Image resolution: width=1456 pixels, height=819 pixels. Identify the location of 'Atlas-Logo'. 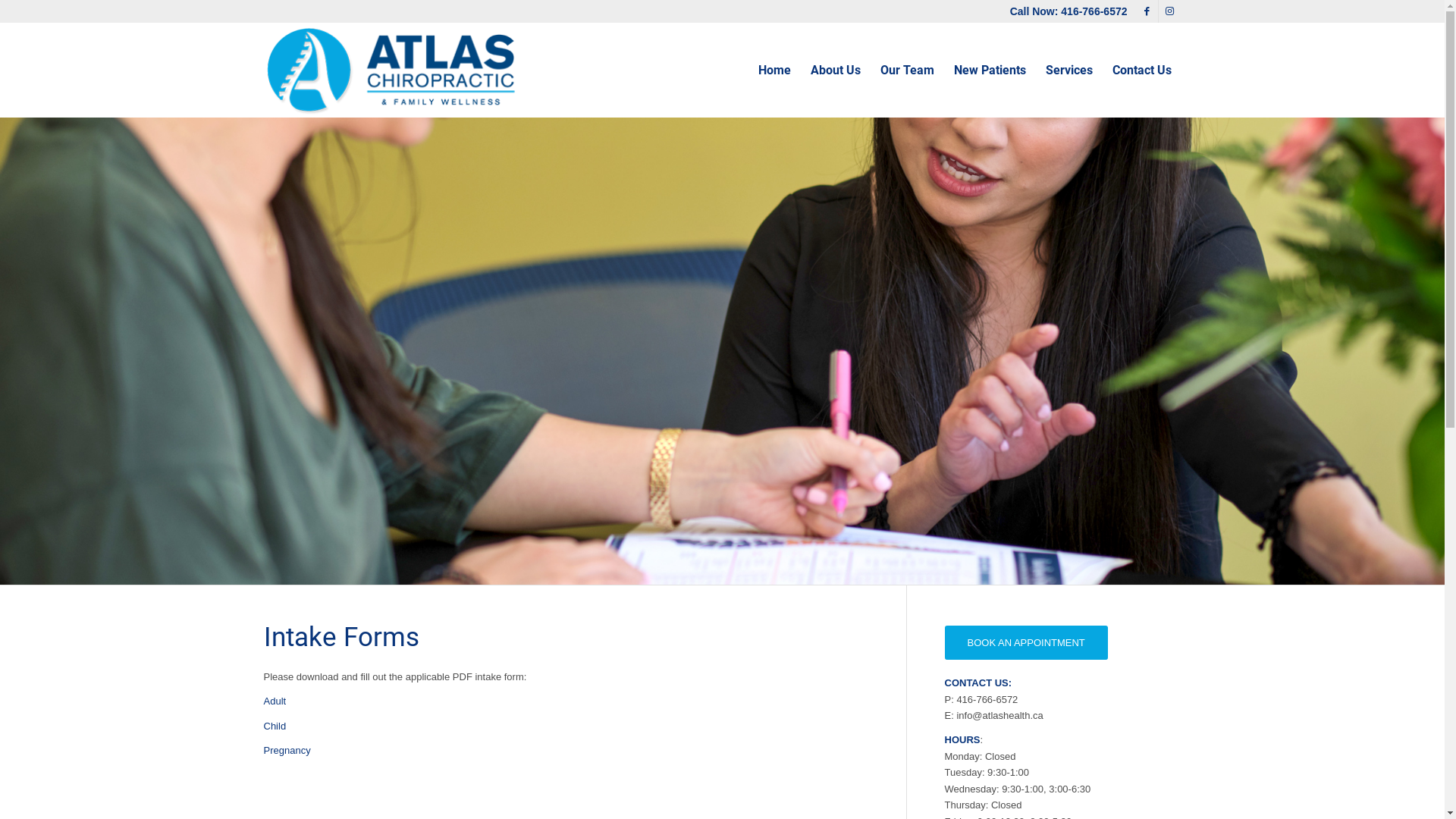
(391, 70).